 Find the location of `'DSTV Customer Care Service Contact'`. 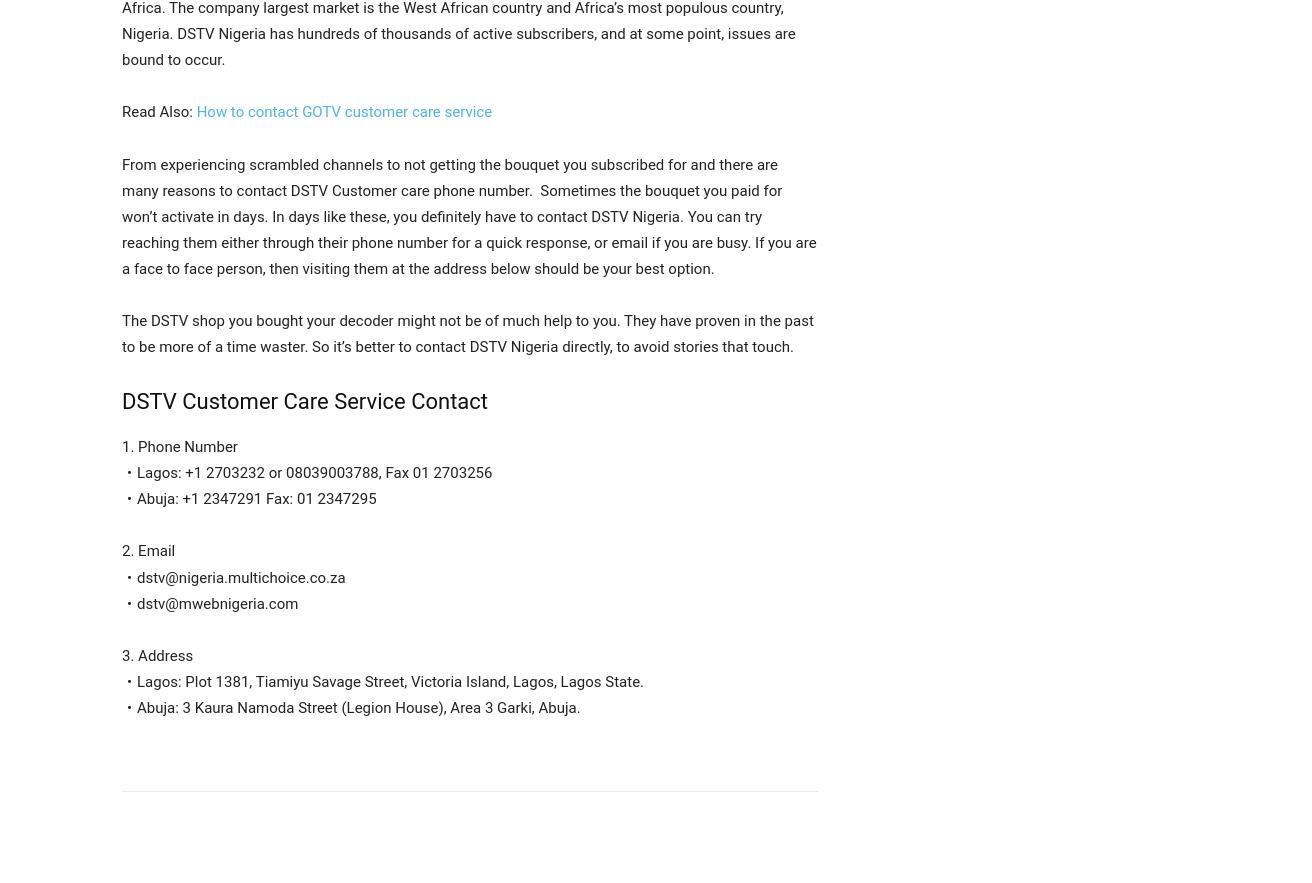

'DSTV Customer Care Service Contact' is located at coordinates (304, 400).